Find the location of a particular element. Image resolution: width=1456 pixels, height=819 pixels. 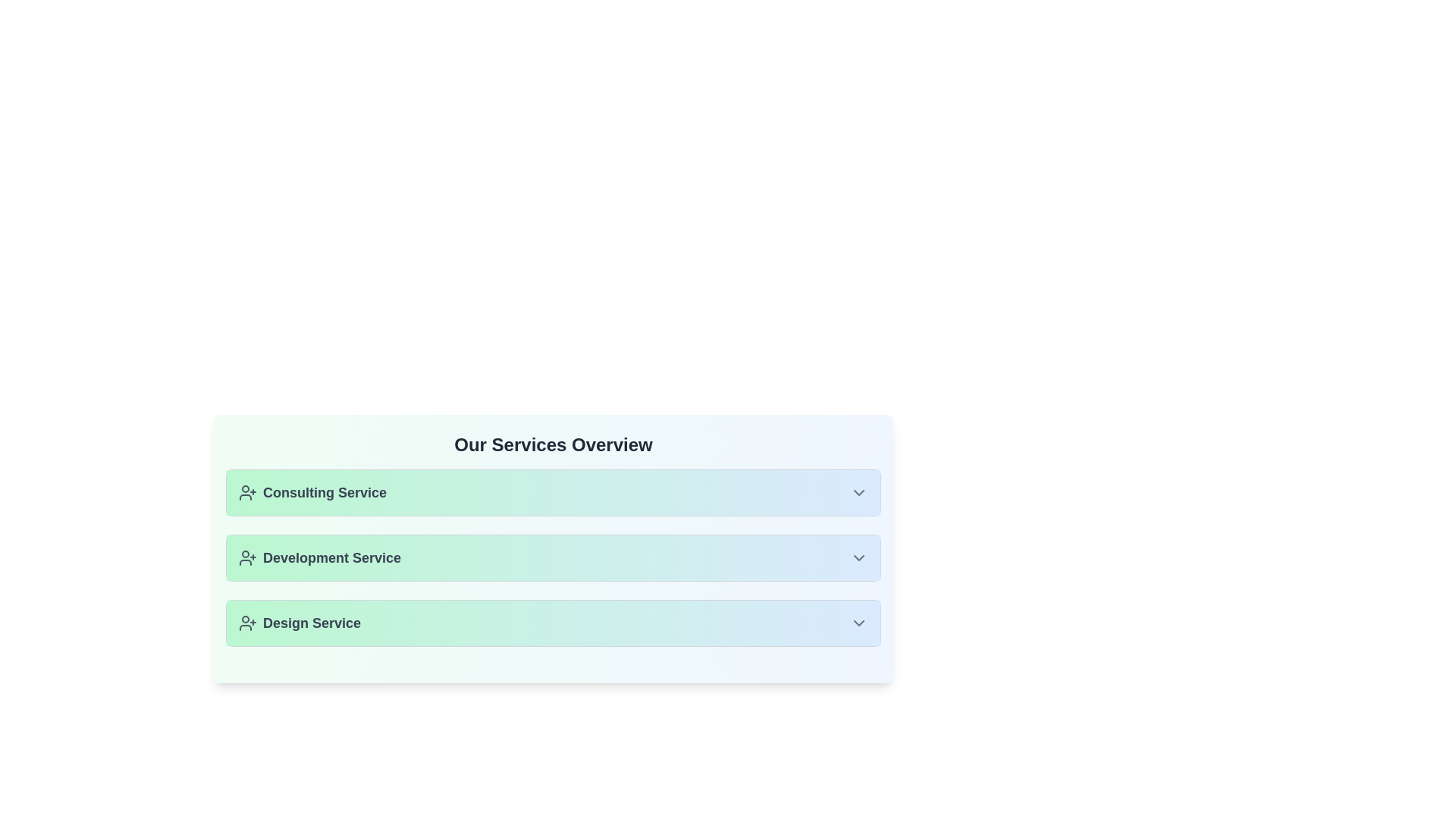

the user profile icon with a plus sign, located to the left of the 'Development Service' text in the second item of the list under 'Our Services Overview' is located at coordinates (247, 558).